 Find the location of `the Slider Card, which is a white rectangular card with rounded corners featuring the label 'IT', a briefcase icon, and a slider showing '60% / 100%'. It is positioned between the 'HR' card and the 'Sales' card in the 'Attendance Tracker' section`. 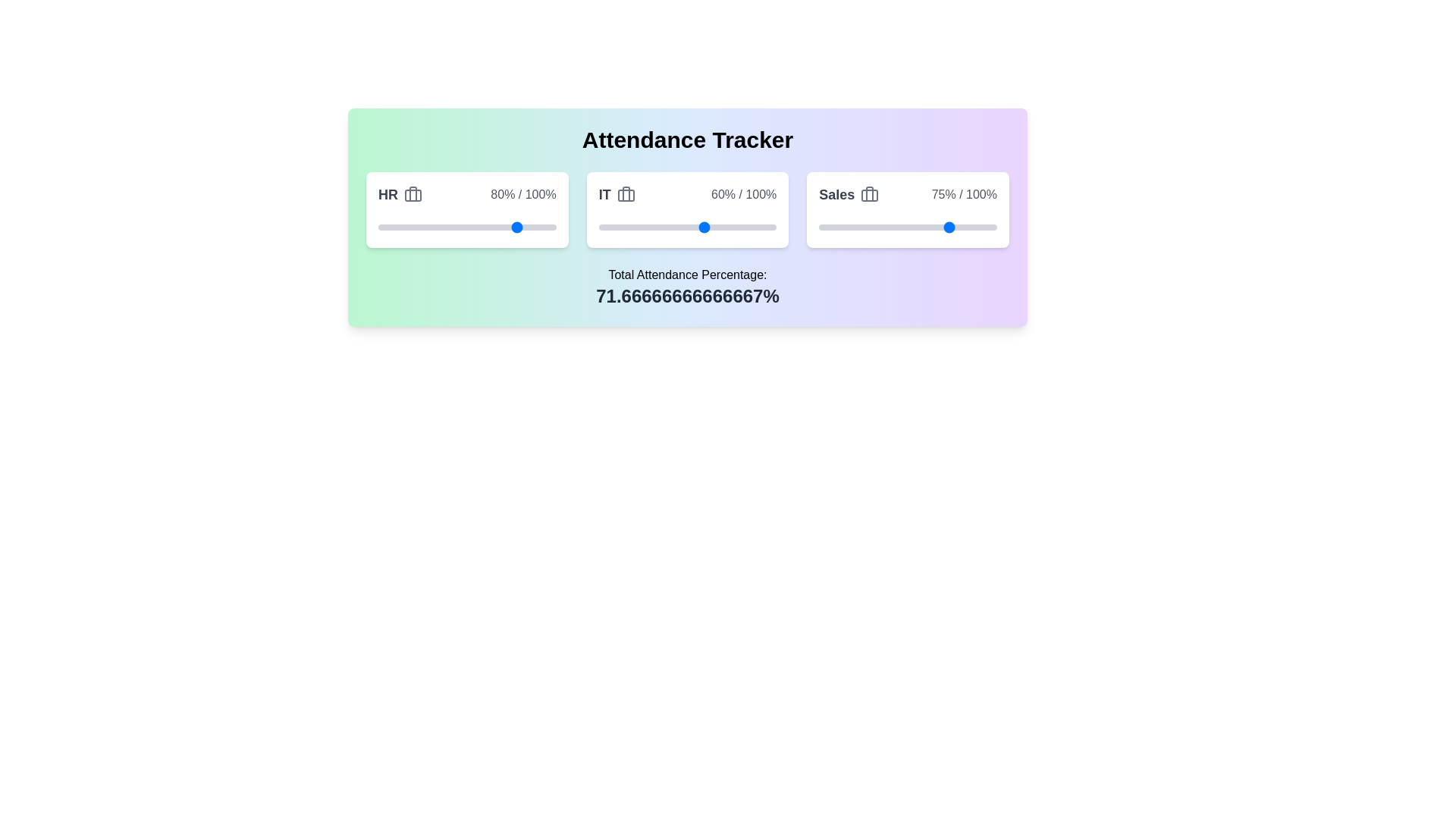

the Slider Card, which is a white rectangular card with rounded corners featuring the label 'IT', a briefcase icon, and a slider showing '60% / 100%'. It is positioned between the 'HR' card and the 'Sales' card in the 'Attendance Tracker' section is located at coordinates (687, 210).